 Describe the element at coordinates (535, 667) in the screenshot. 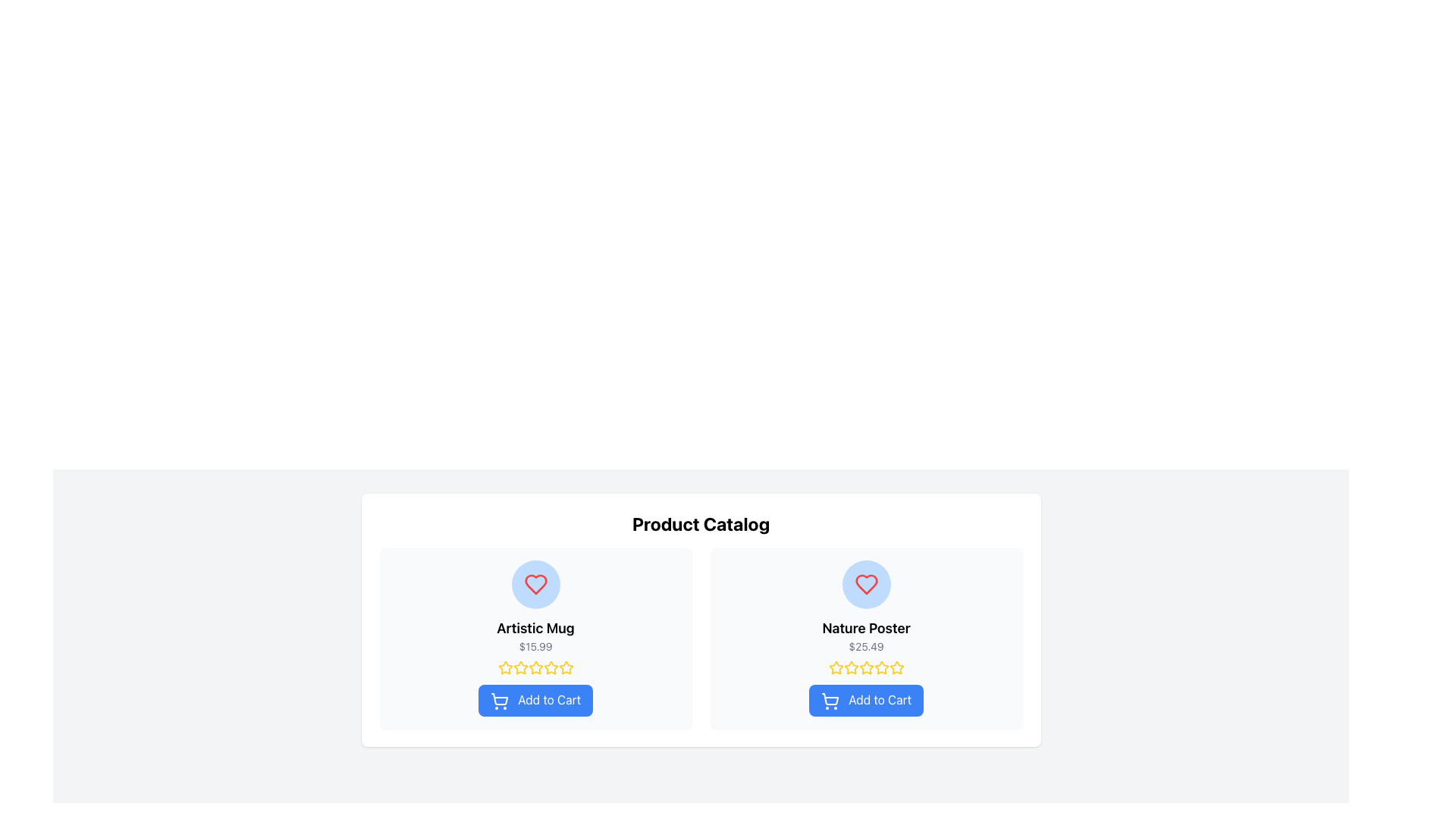

I see `the highlighted third star icon in the rating system below the price of the 'Artistic Mug'` at that location.